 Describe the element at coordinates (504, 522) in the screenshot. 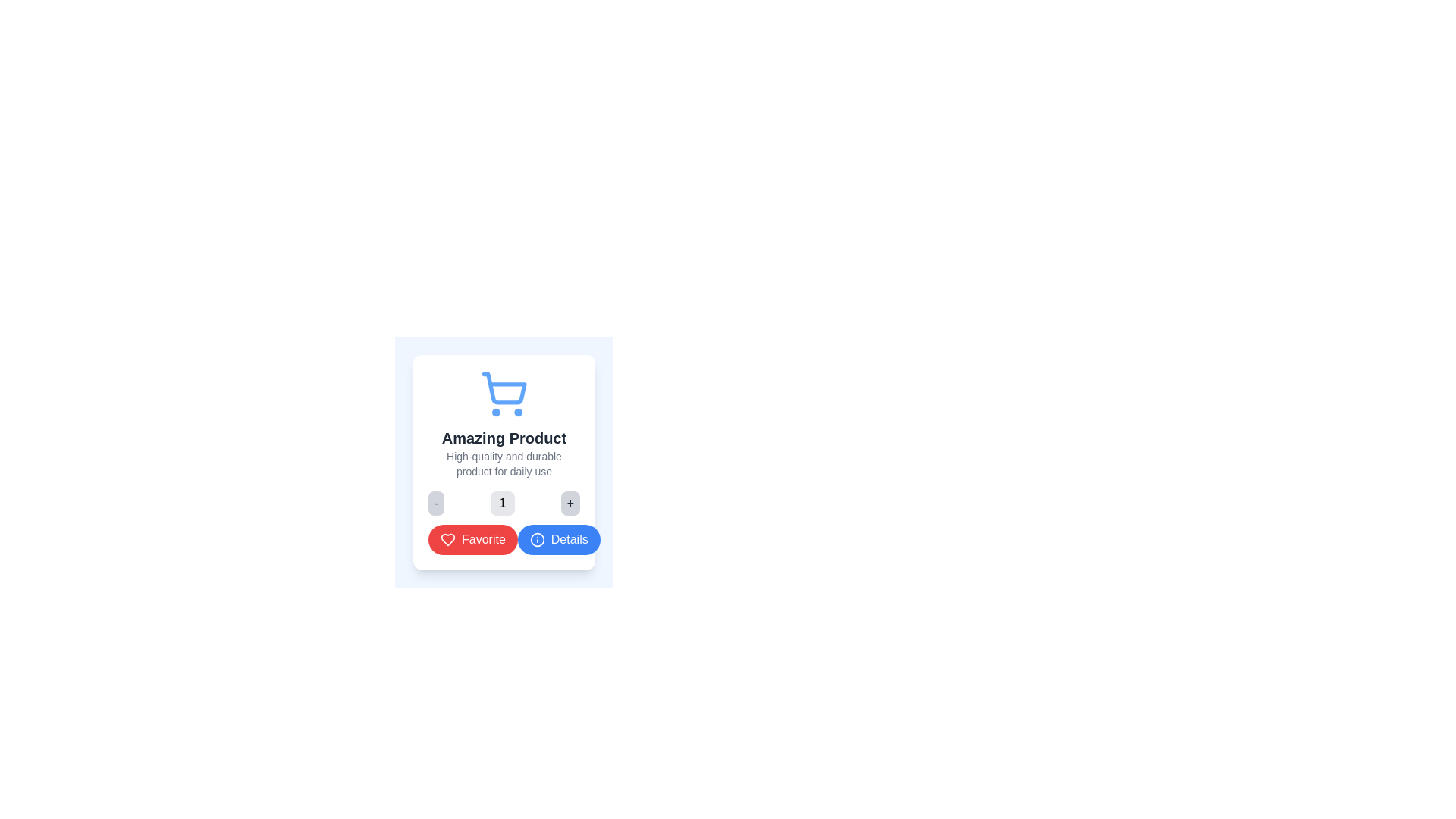

I see `the 'Favorite' button located below the counter component ('- 1 +') and to the left of the 'Details' button to mark the product as a favorite` at that location.